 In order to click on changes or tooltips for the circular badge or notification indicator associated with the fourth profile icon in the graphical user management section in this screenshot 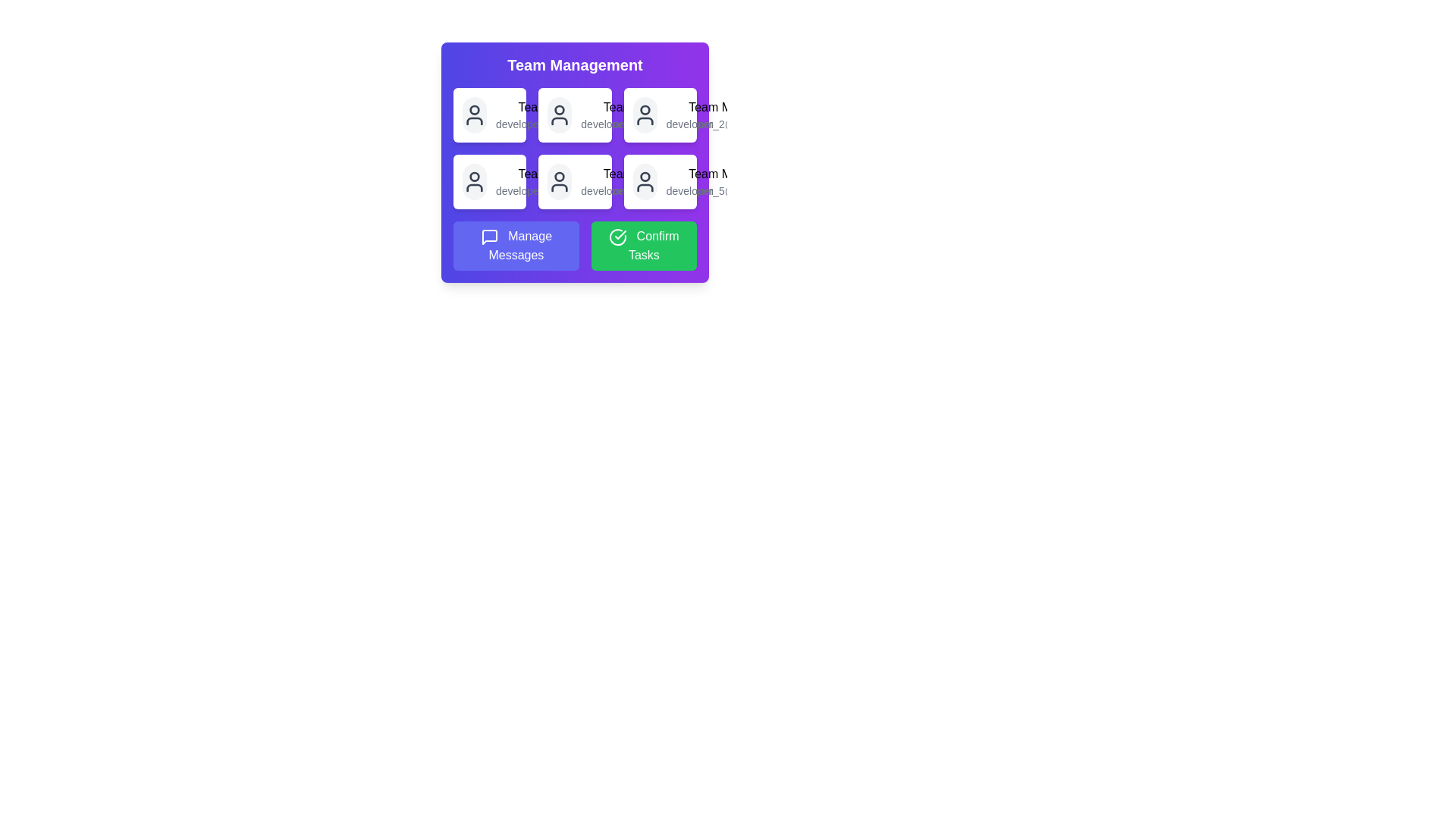, I will do `click(645, 176)`.